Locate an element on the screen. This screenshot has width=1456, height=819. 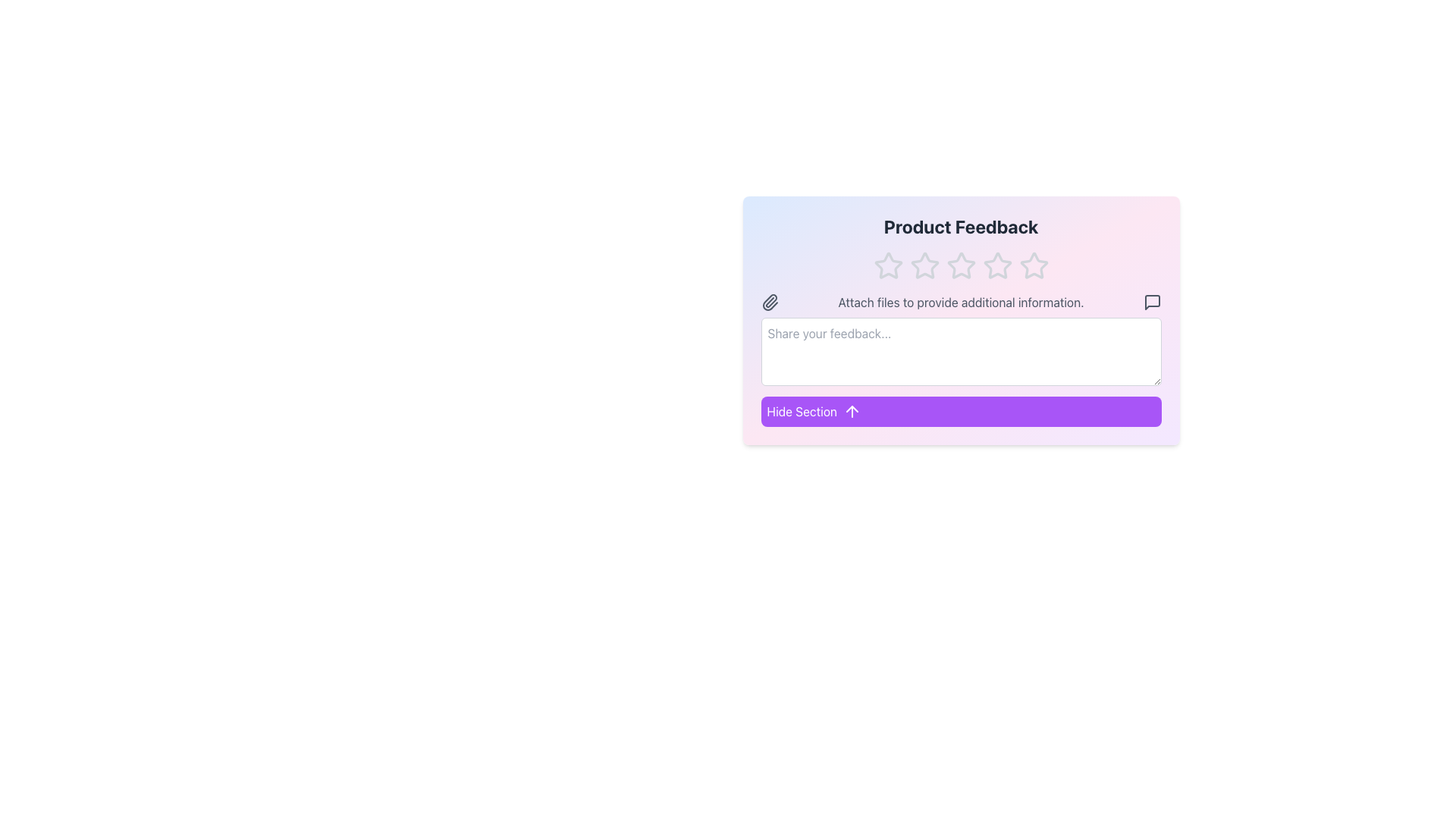
the speech bubble icon located at the far right of the feedback submission section is located at coordinates (1152, 302).